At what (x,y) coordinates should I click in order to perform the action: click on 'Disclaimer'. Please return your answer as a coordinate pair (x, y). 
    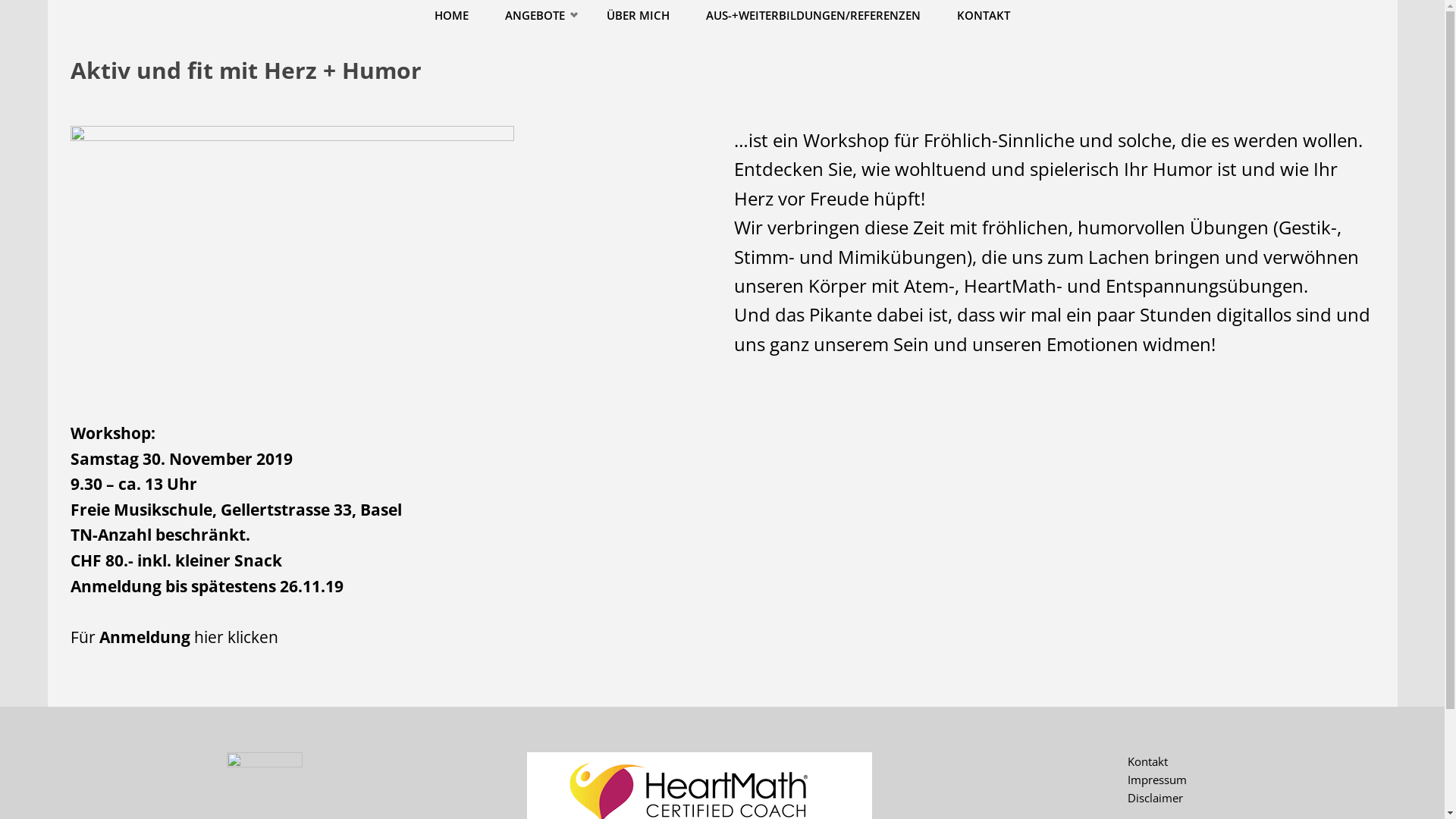
    Looking at the image, I should click on (1154, 797).